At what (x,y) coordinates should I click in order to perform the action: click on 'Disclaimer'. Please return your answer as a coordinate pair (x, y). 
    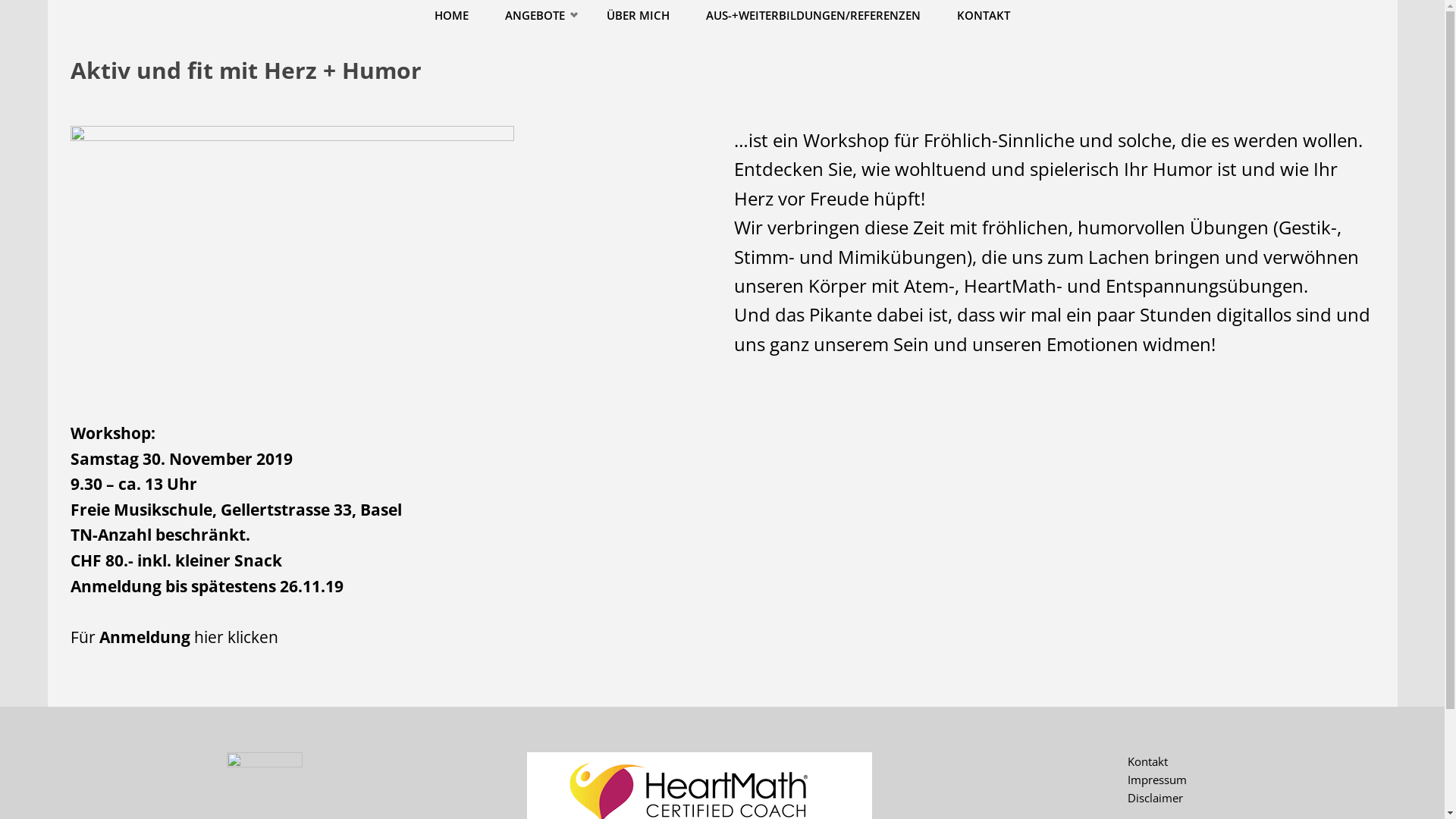
    Looking at the image, I should click on (1154, 797).